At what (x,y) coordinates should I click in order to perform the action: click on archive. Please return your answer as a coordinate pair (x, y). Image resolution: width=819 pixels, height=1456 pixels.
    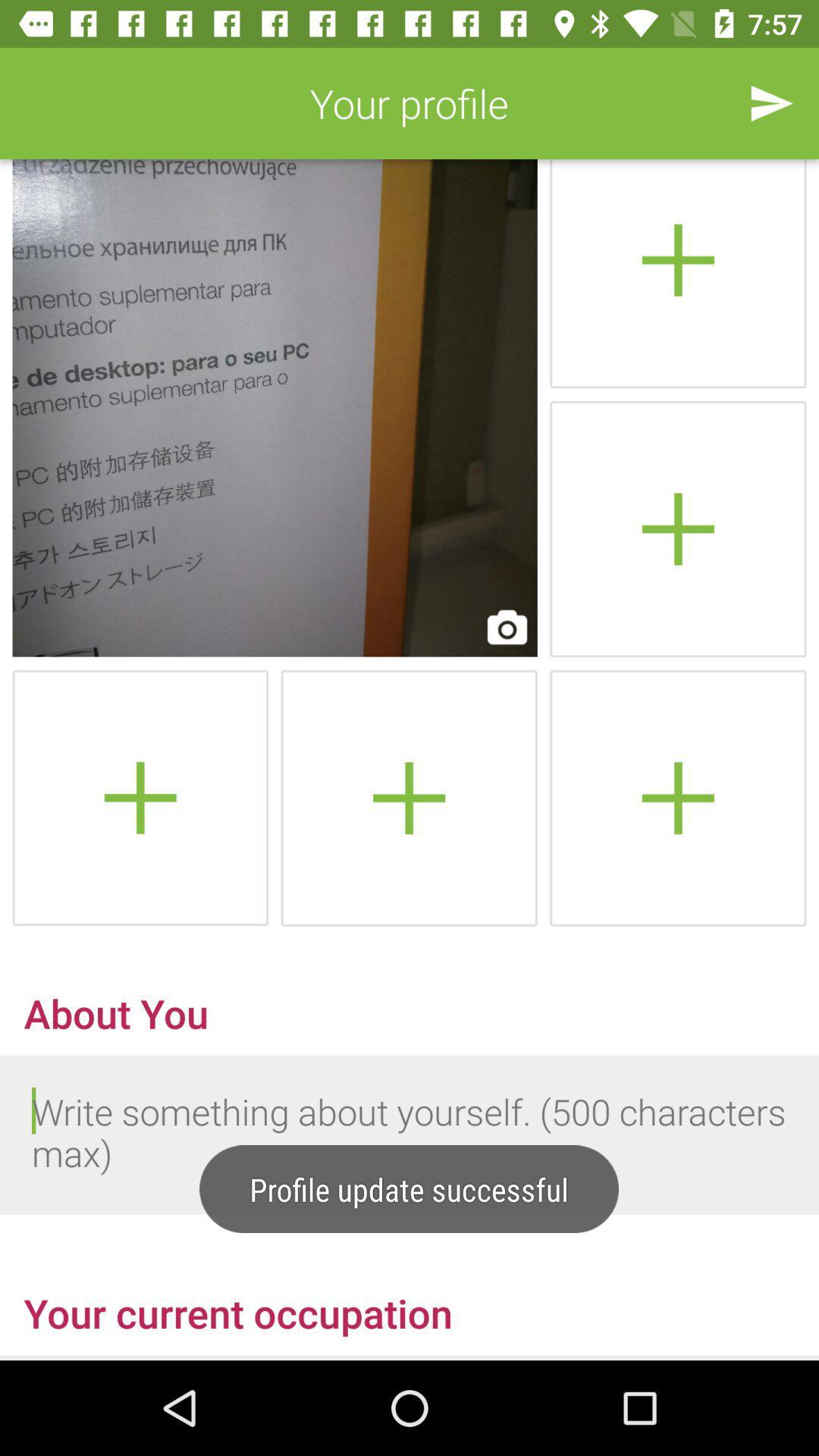
    Looking at the image, I should click on (677, 274).